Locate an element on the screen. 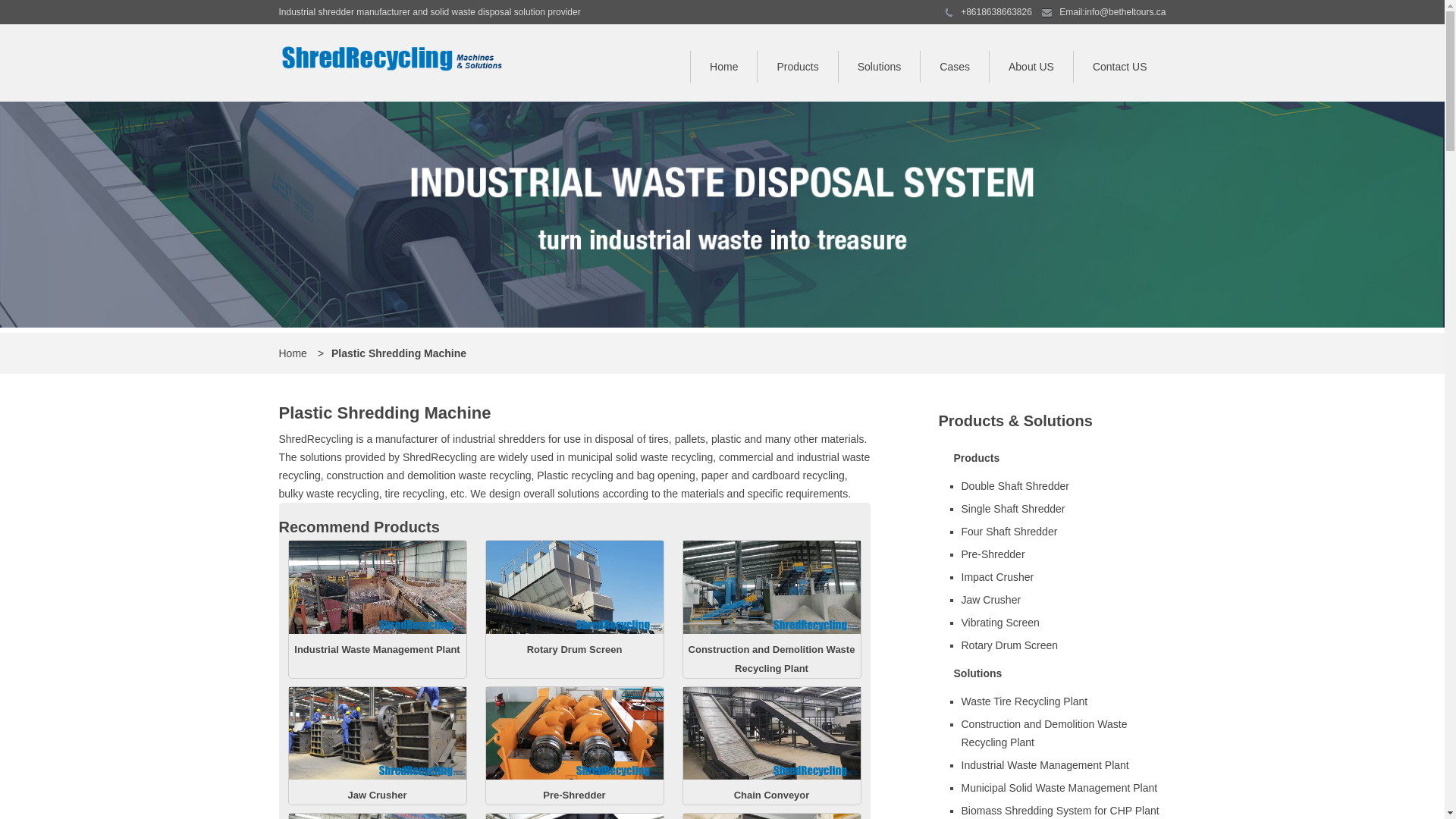 Image resolution: width=1456 pixels, height=819 pixels. 'Jaw Crusher' is located at coordinates (377, 794).